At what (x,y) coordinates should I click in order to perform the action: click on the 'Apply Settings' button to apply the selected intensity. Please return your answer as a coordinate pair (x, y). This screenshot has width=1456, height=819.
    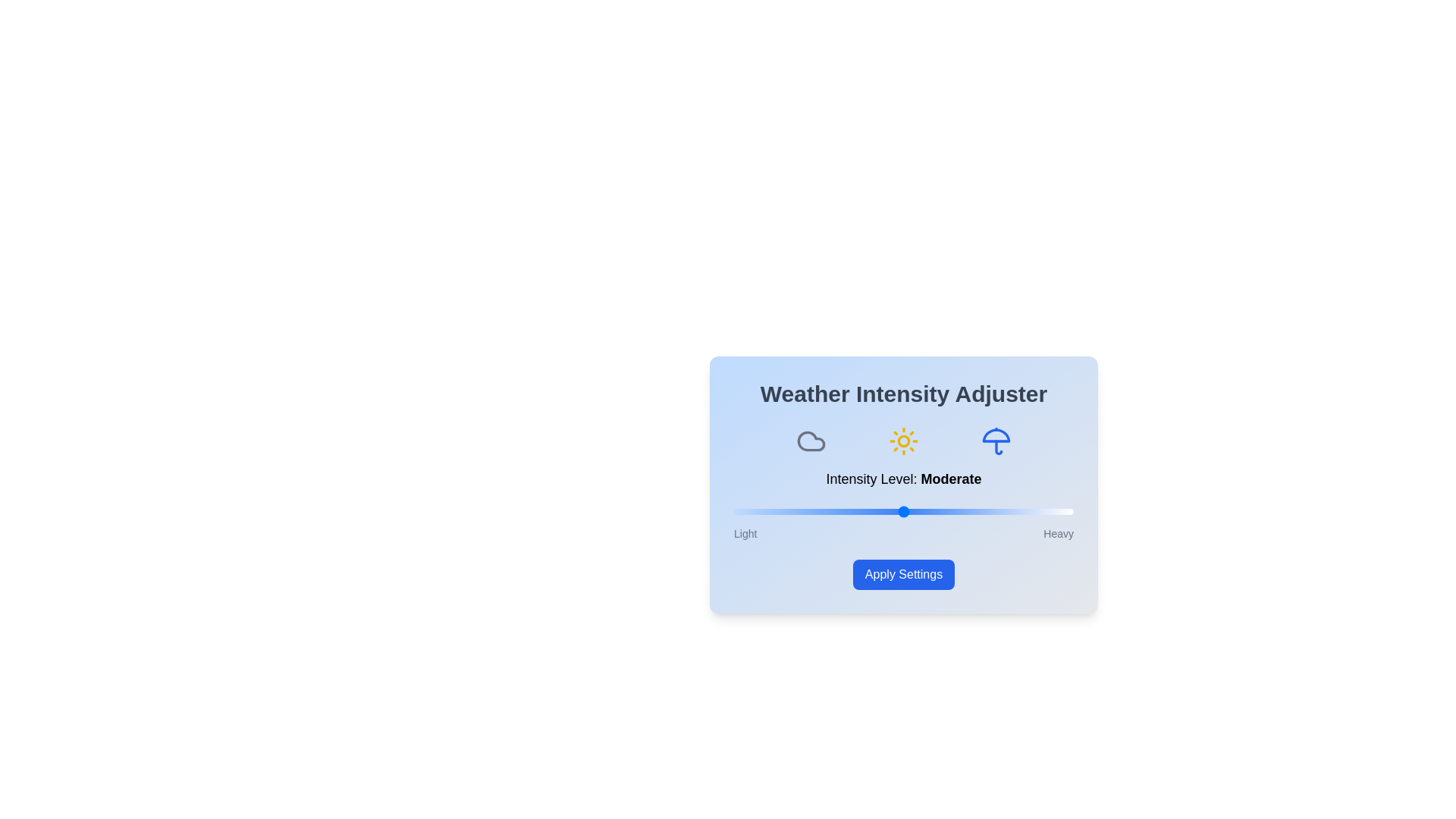
    Looking at the image, I should click on (903, 575).